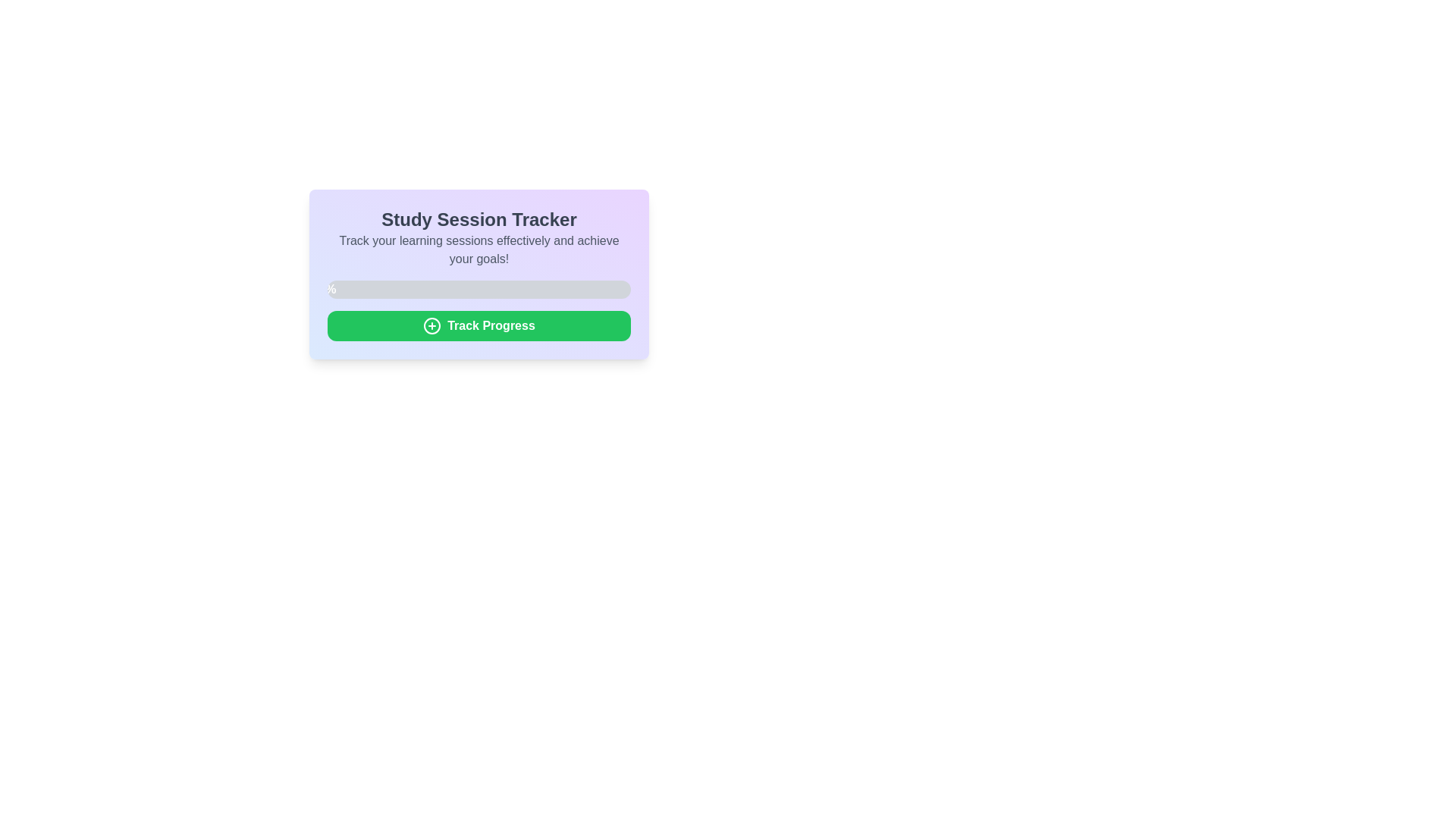 The image size is (1456, 819). What do you see at coordinates (491, 325) in the screenshot?
I see `the text label located at the center-right portion of the green button labeled 'Track Progress', which provides a textual label for the button` at bounding box center [491, 325].